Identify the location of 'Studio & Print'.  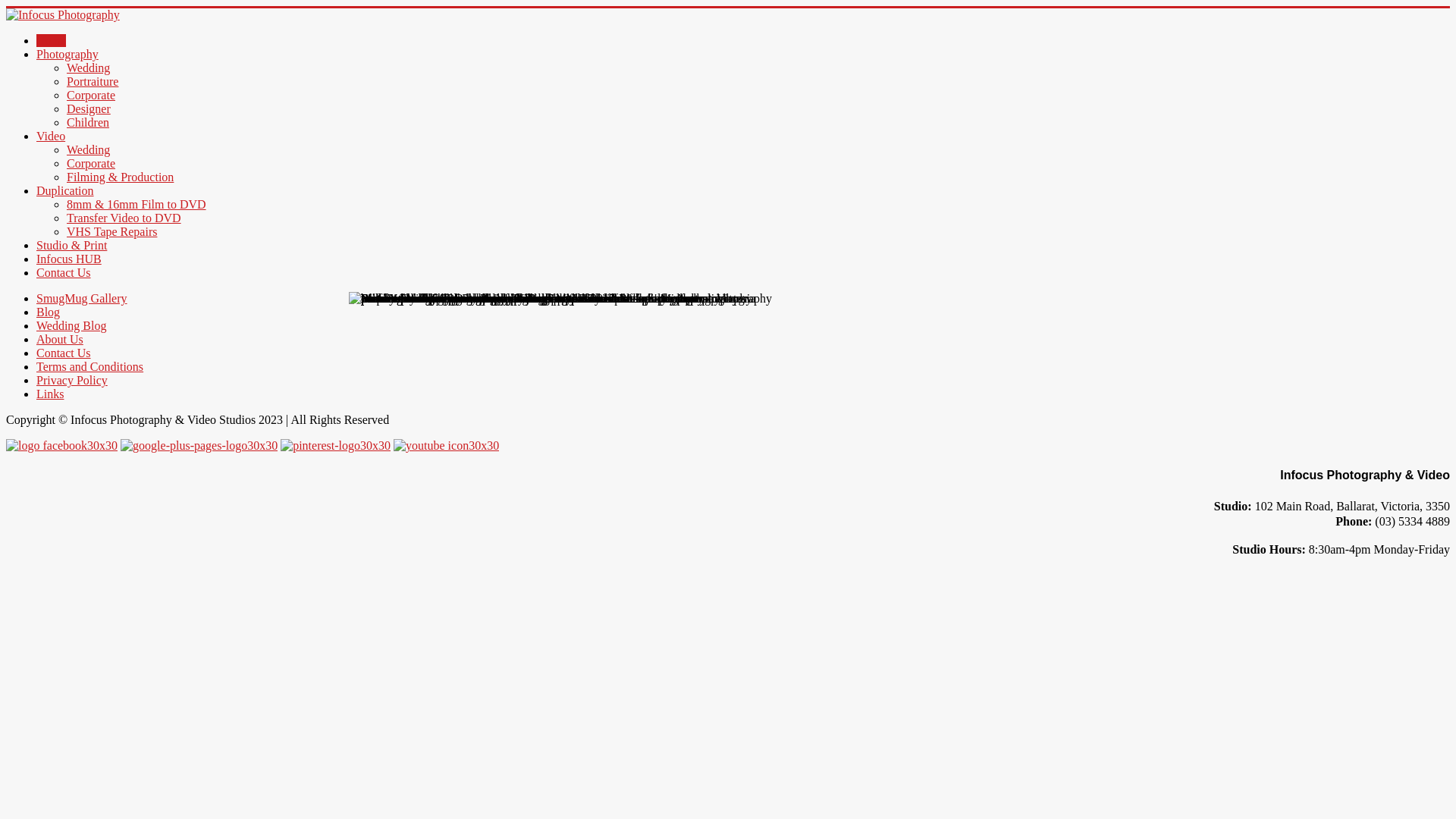
(71, 244).